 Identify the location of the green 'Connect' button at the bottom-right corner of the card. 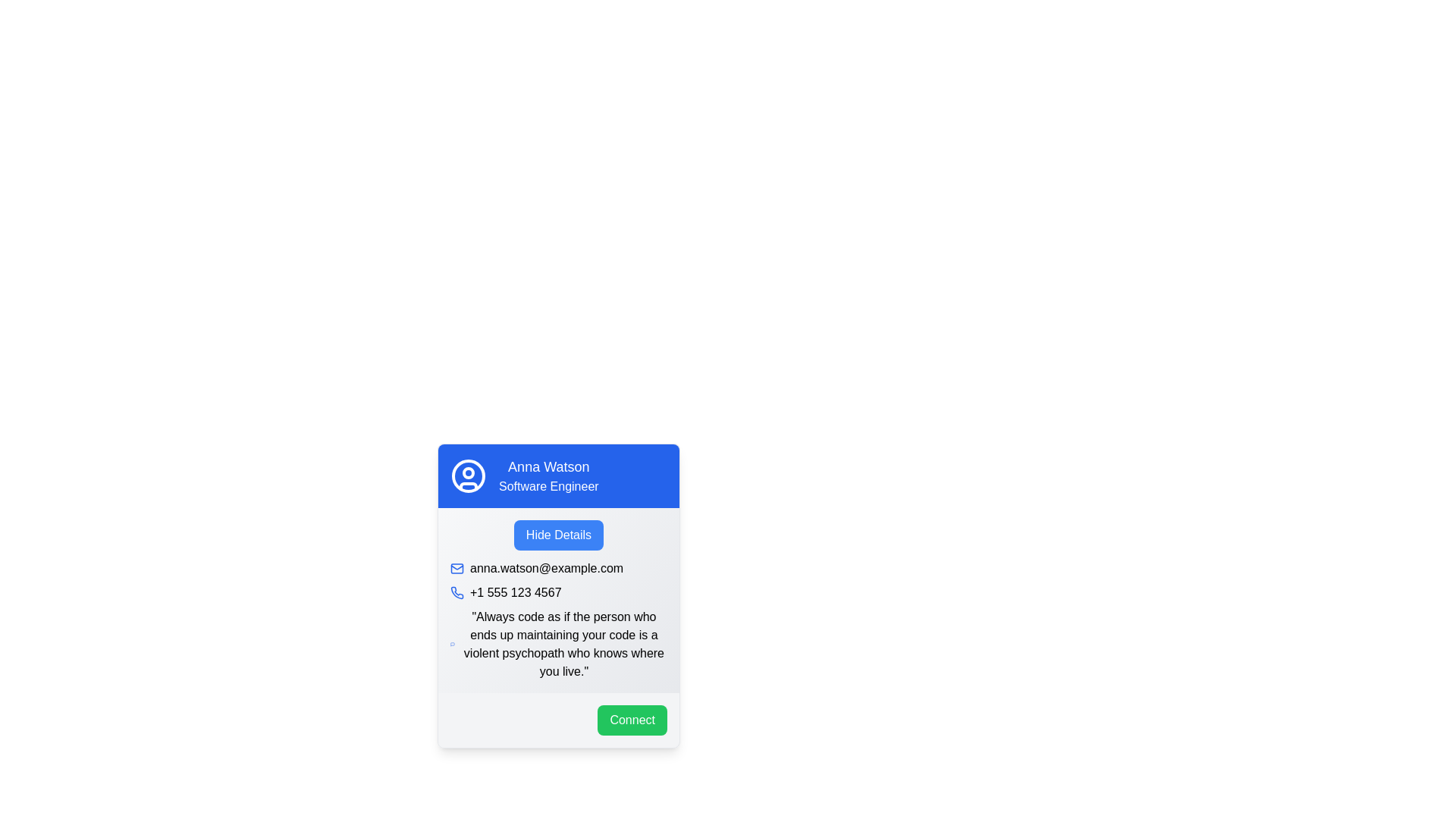
(632, 719).